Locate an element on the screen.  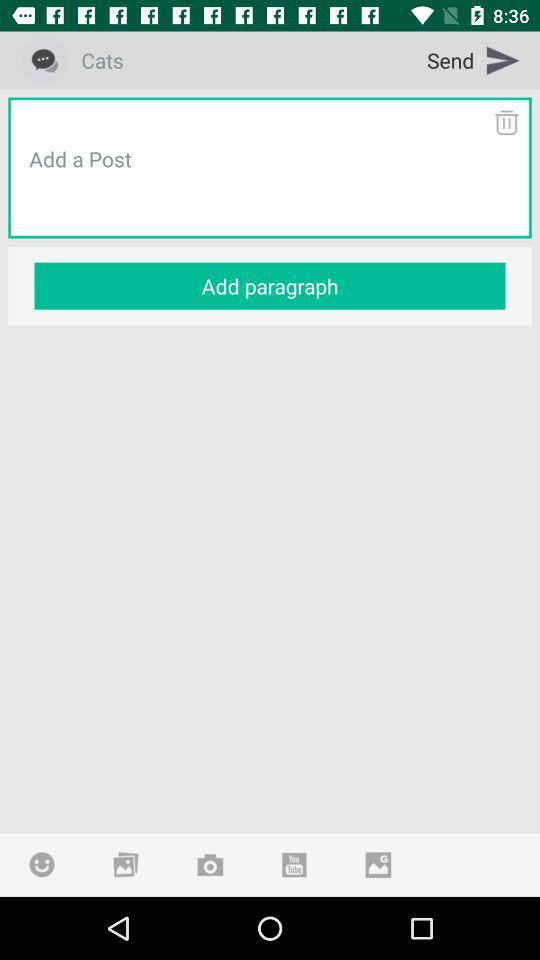
the delete icon is located at coordinates (505, 121).